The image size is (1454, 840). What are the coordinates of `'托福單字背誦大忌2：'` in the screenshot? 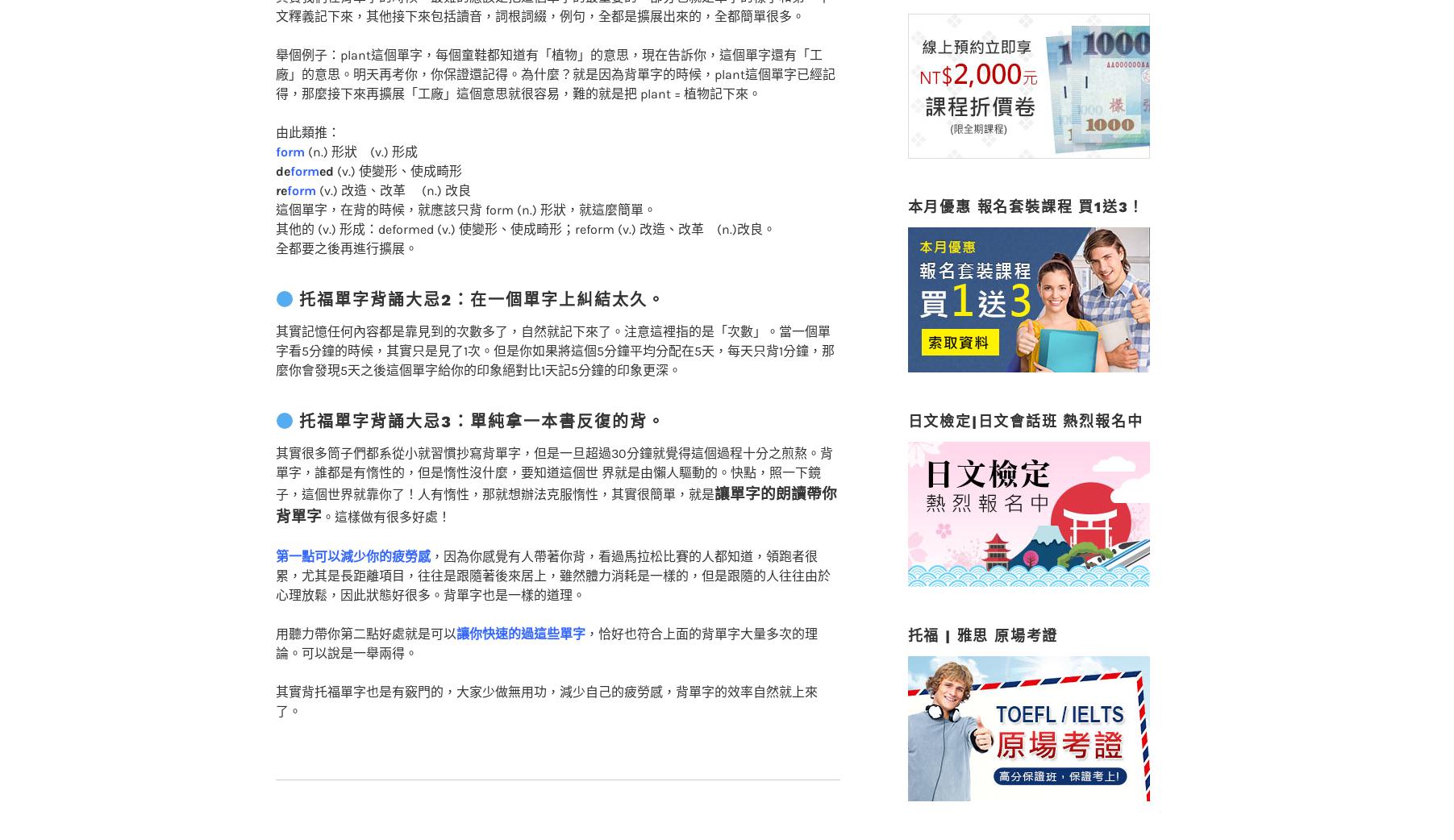 It's located at (385, 267).